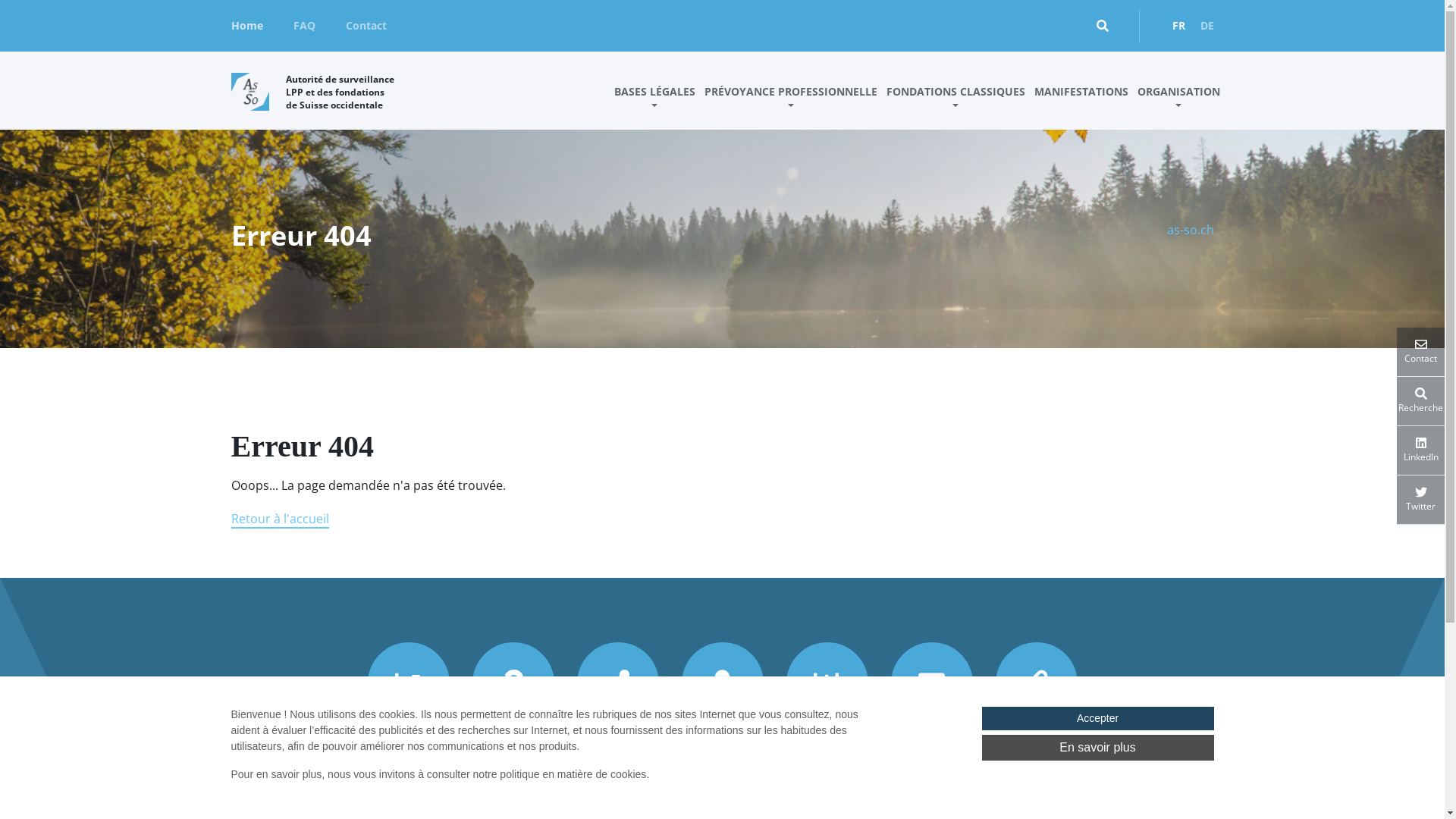  I want to click on 'MANIFESTATIONS', so click(1080, 104).